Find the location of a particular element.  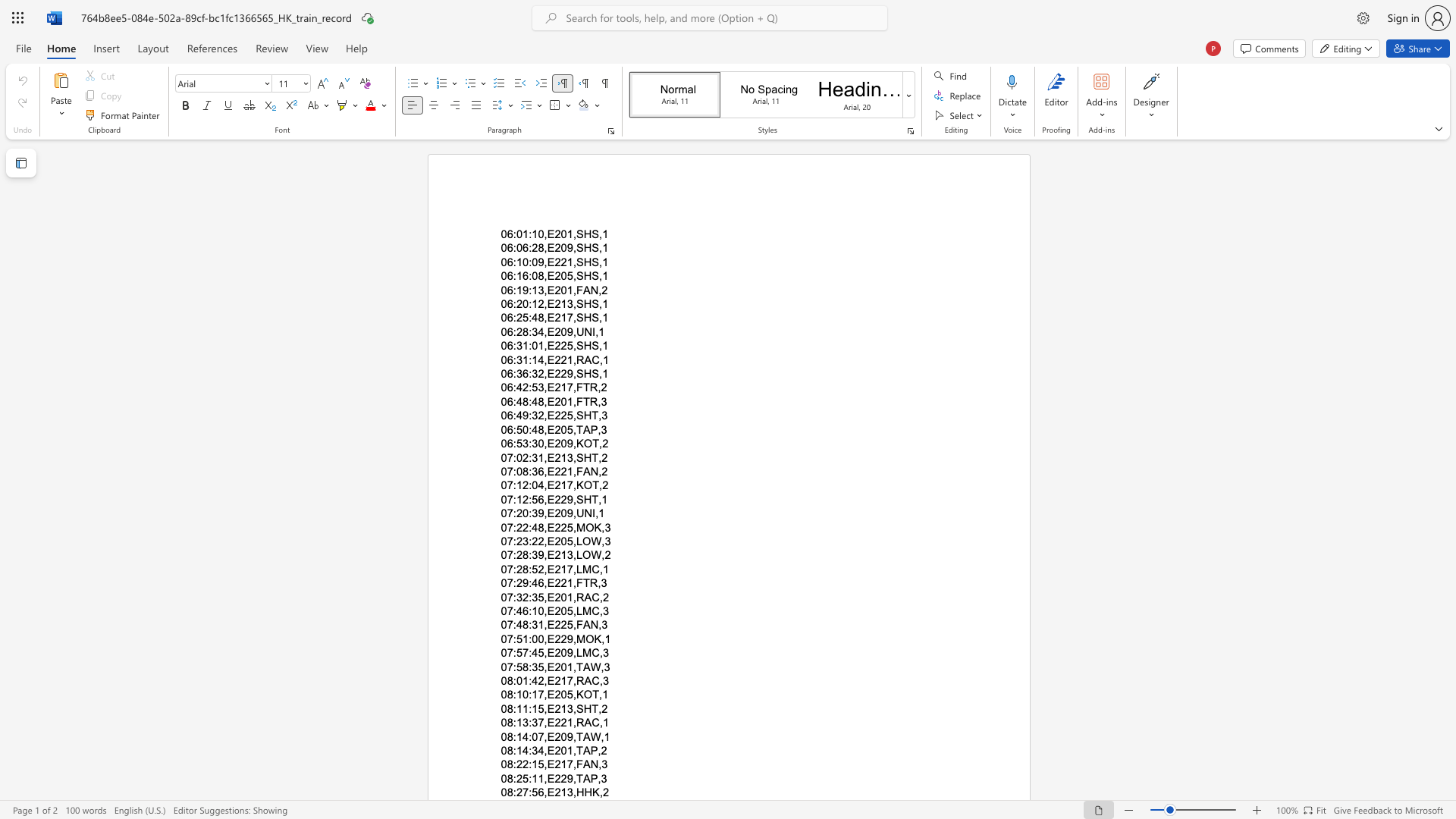

the subset text "S," within the text "06:16:08,E205,SHS,1" is located at coordinates (591, 276).